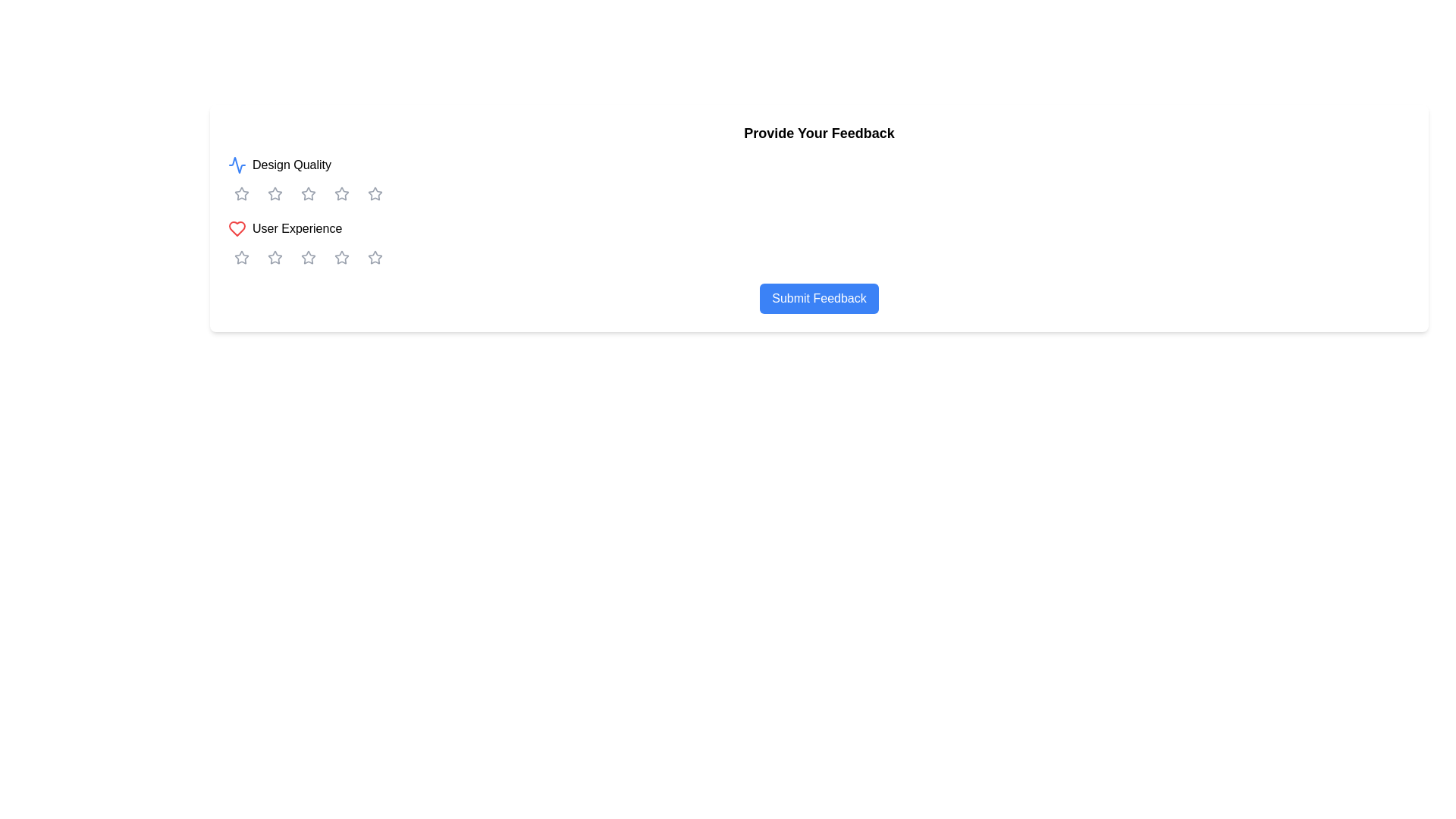  Describe the element at coordinates (275, 193) in the screenshot. I see `the inactive star icon, which is the second star in the row associated with 'Design Quality', located beneath the 'Design Quality' label` at that location.